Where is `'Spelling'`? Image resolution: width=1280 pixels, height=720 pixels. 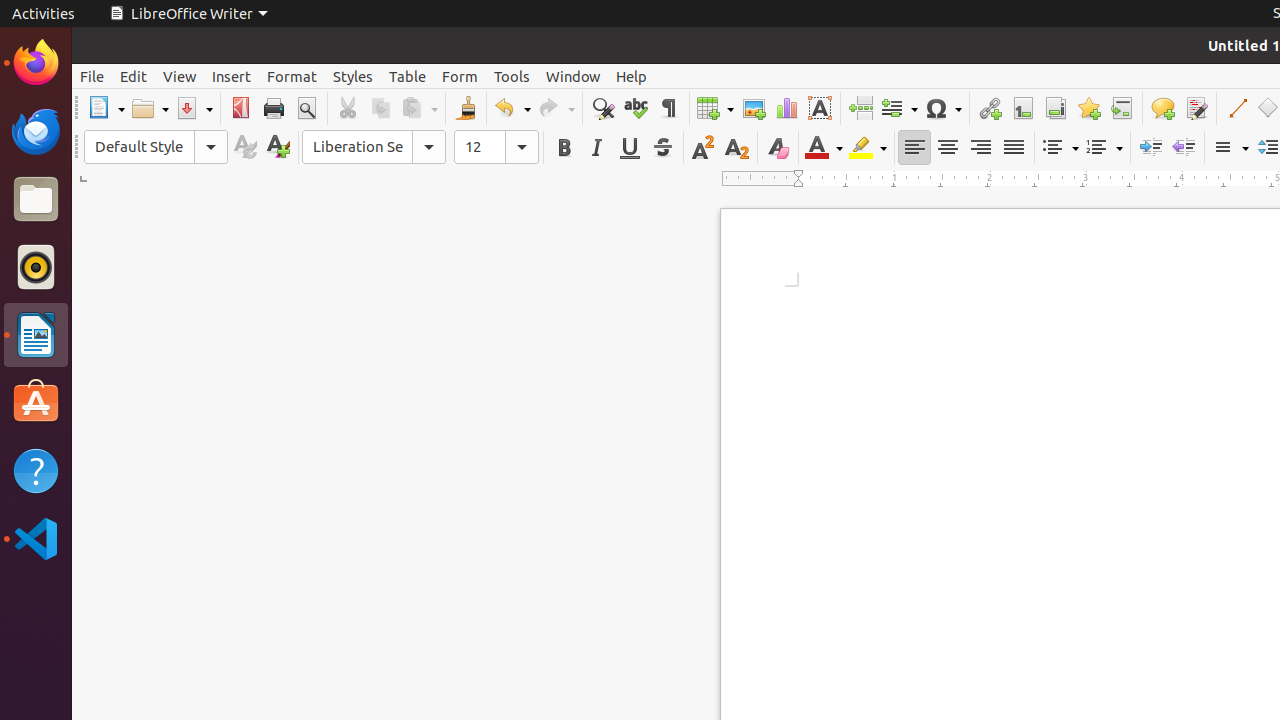 'Spelling' is located at coordinates (634, 108).